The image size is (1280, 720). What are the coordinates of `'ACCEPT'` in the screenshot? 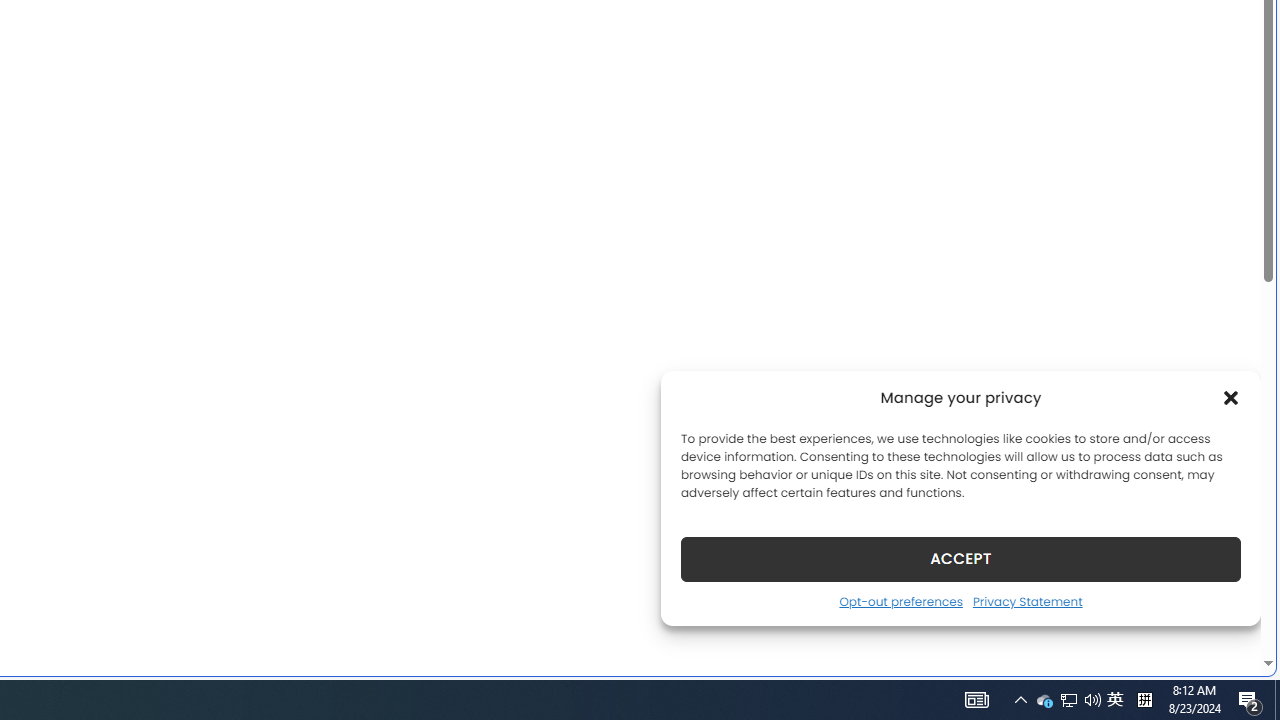 It's located at (961, 558).